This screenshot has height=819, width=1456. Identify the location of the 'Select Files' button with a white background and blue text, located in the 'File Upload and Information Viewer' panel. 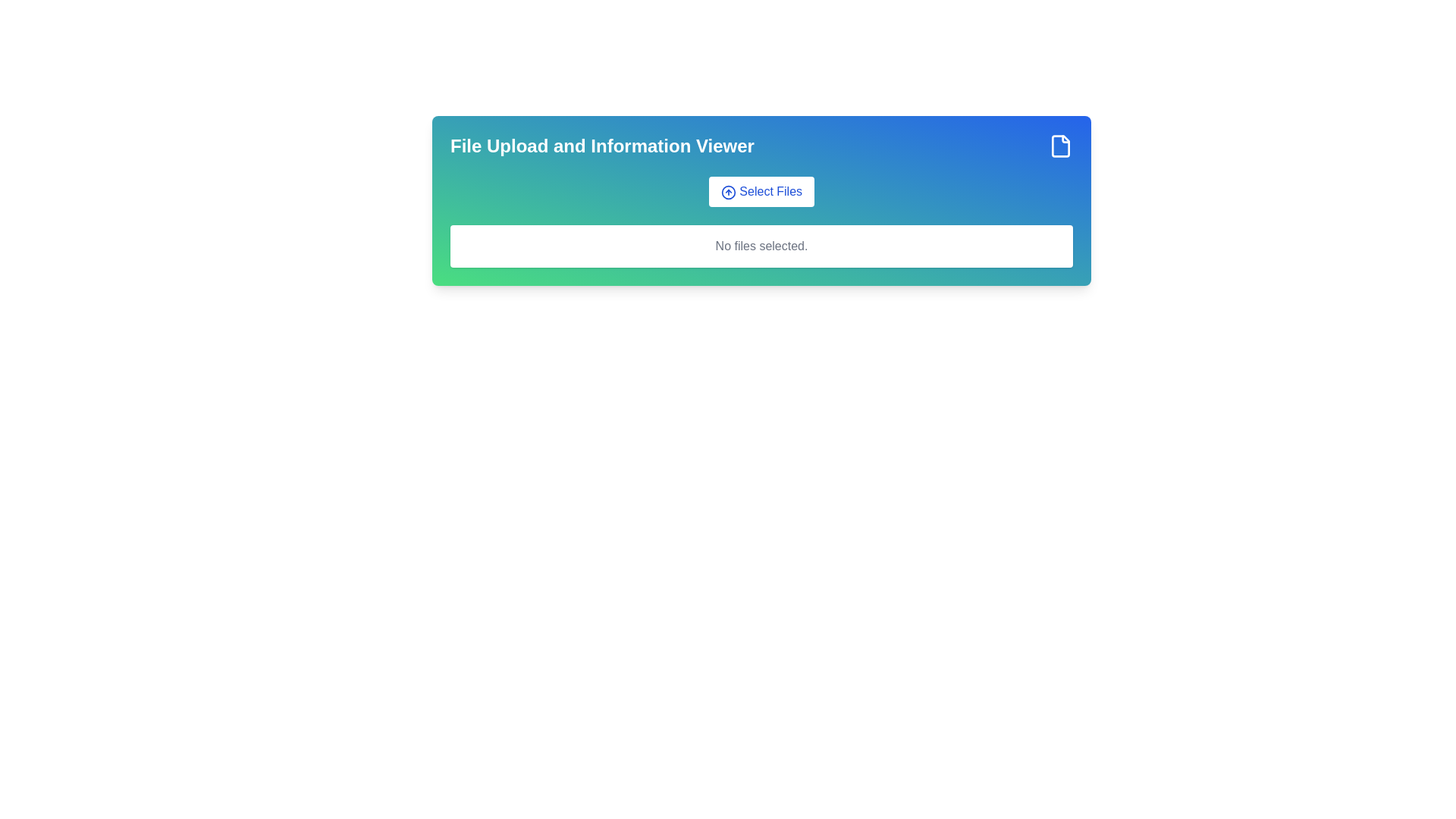
(761, 191).